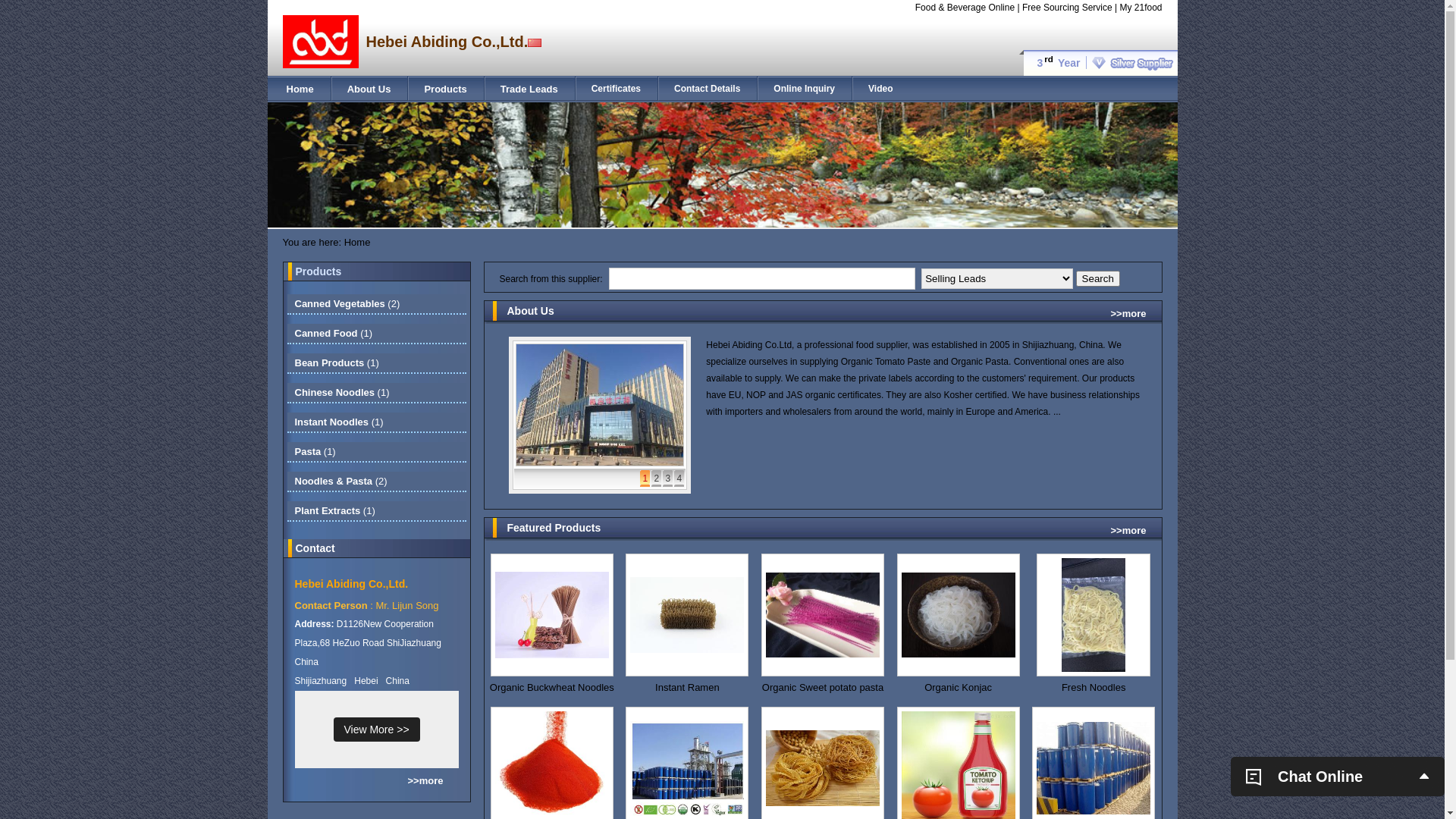 The height and width of the screenshot is (819, 1456). What do you see at coordinates (1098, 62) in the screenshot?
I see `'3rdYear'` at bounding box center [1098, 62].